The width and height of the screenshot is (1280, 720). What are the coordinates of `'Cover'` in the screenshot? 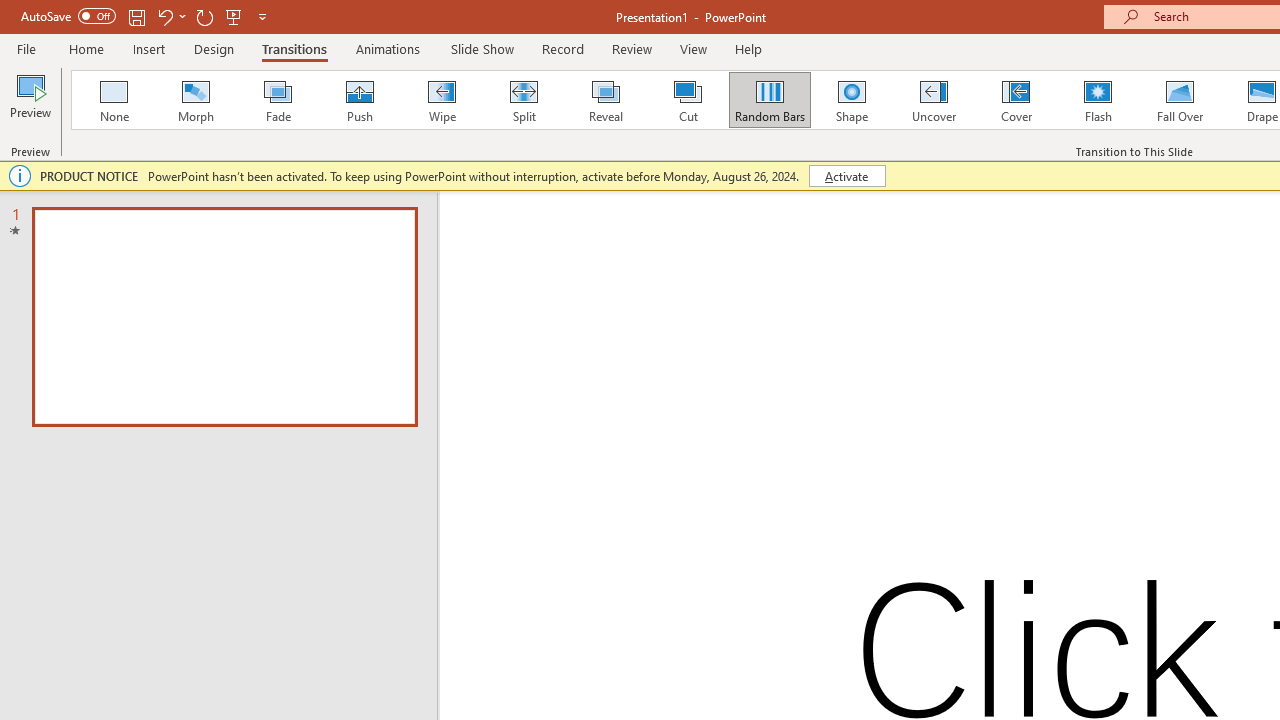 It's located at (1016, 100).